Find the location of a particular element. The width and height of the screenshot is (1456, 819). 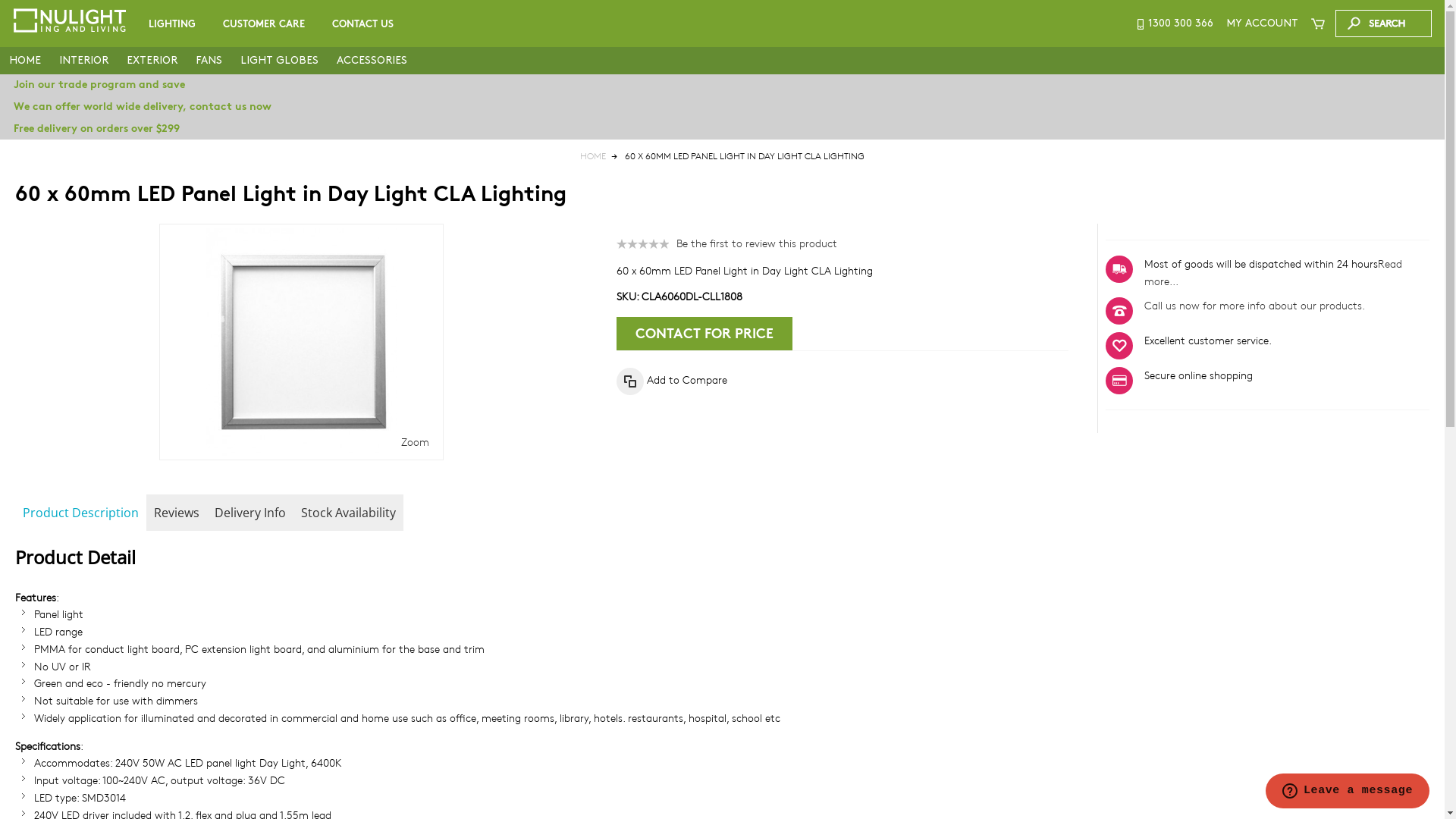

'CONTACT FOR PRICE' is located at coordinates (704, 332).